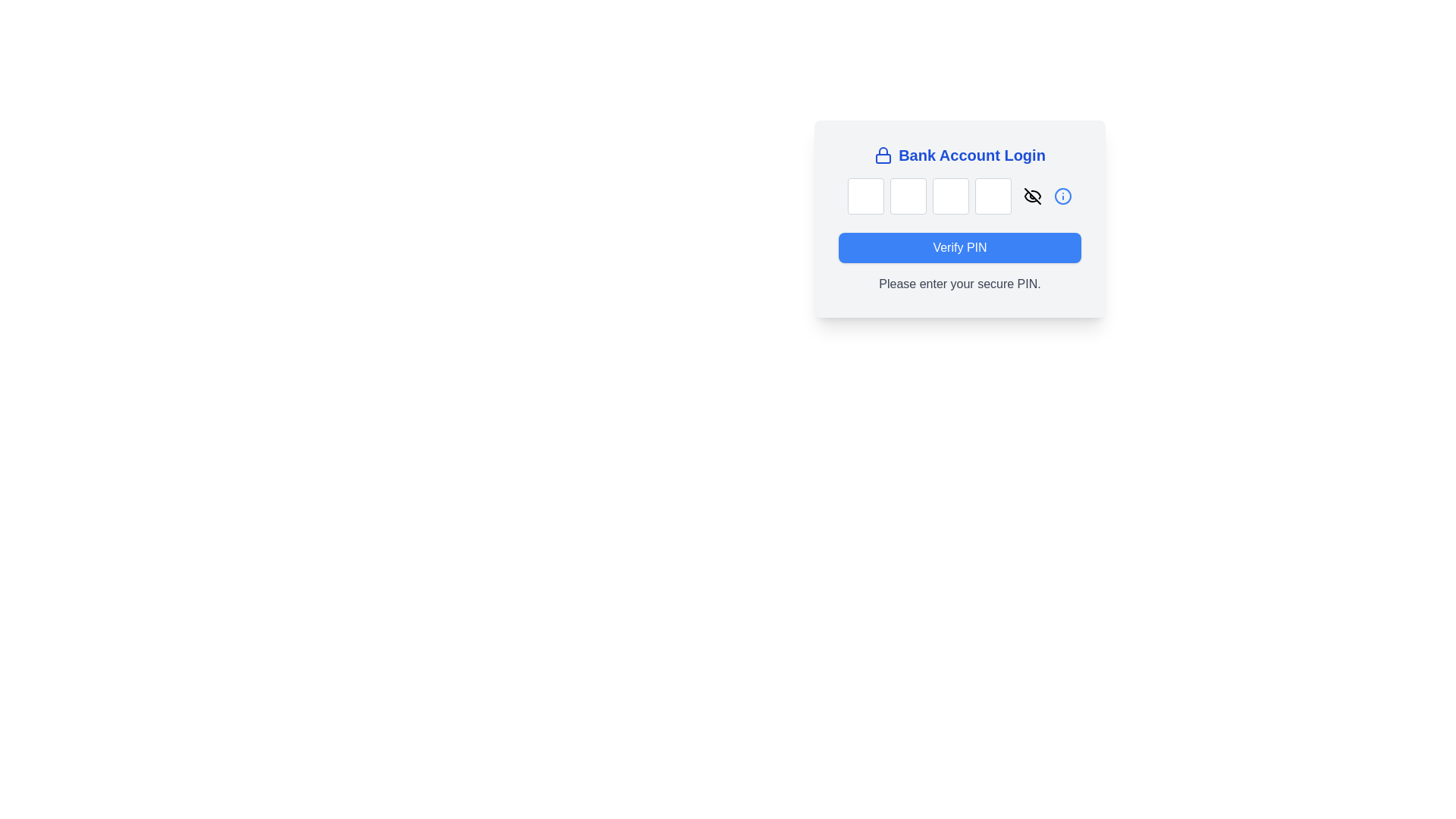 The width and height of the screenshot is (1456, 819). I want to click on the lock icon with a blue outline located to the left of the 'Bank Account Login' text, indicating security-related content, so click(883, 155).